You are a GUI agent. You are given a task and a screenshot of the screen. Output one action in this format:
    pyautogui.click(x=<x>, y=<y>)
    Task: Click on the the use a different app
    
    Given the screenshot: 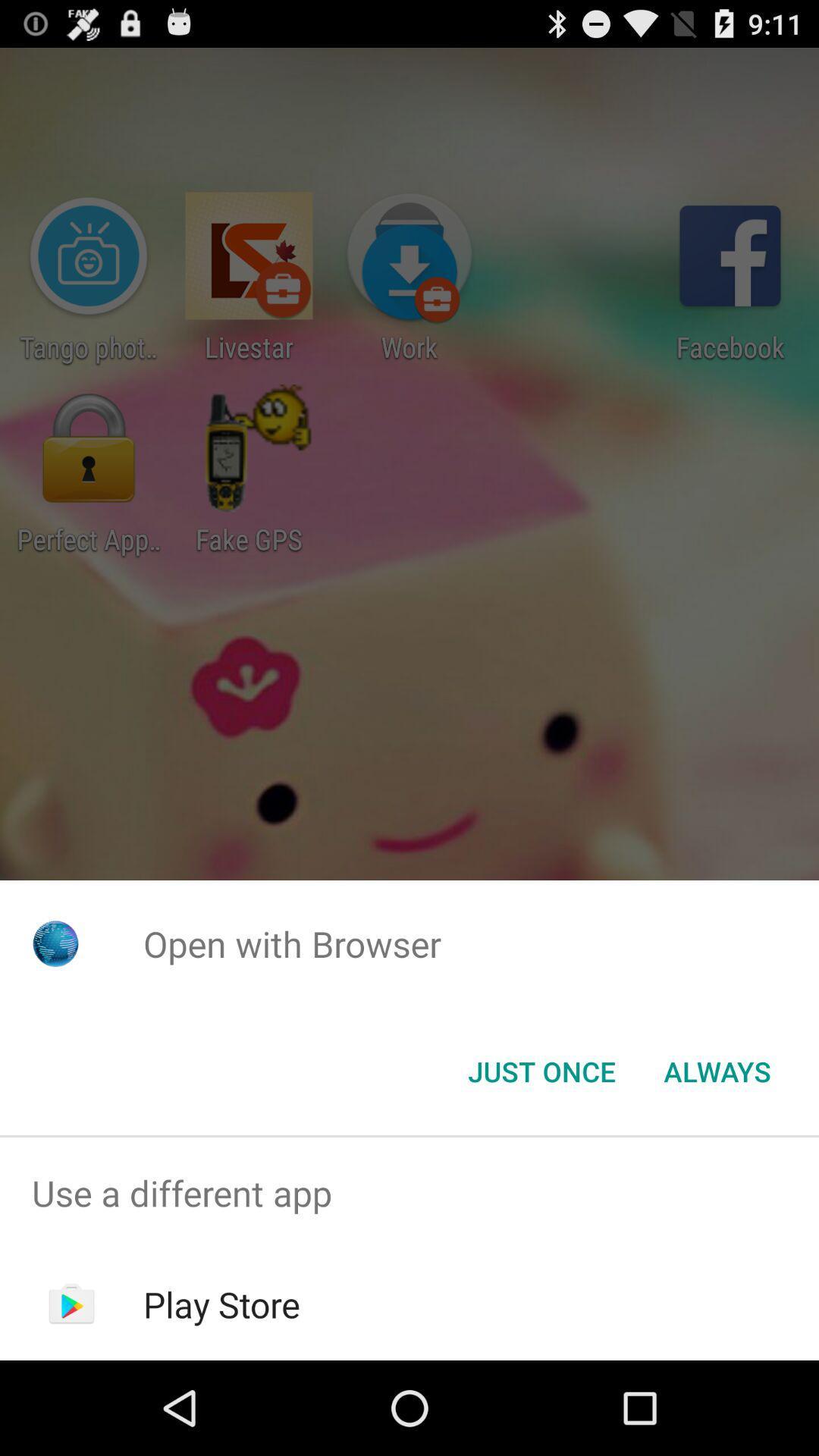 What is the action you would take?
    pyautogui.click(x=409, y=1192)
    